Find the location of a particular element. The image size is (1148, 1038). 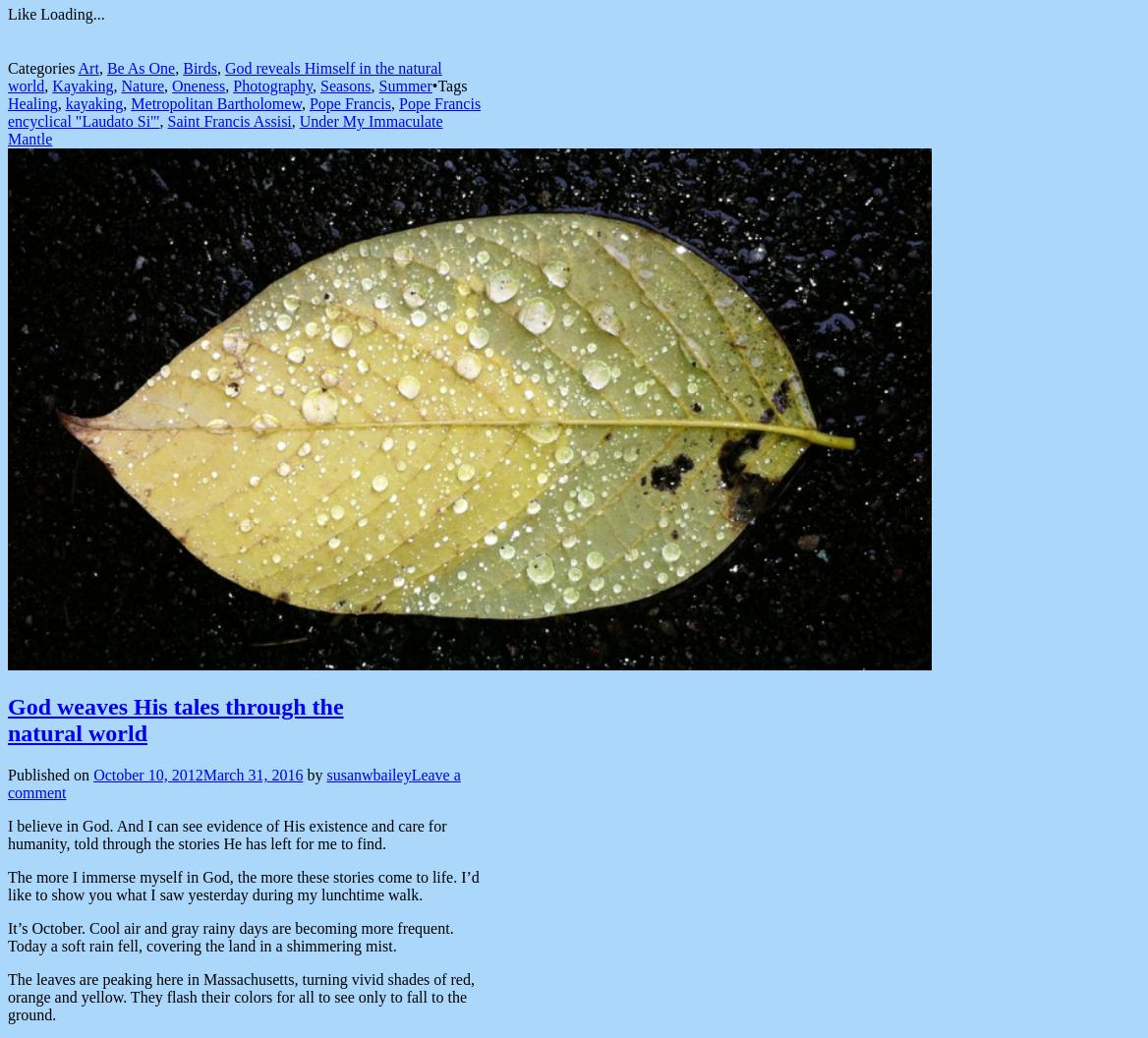

'God reveals Himself in the natural world' is located at coordinates (7, 76).